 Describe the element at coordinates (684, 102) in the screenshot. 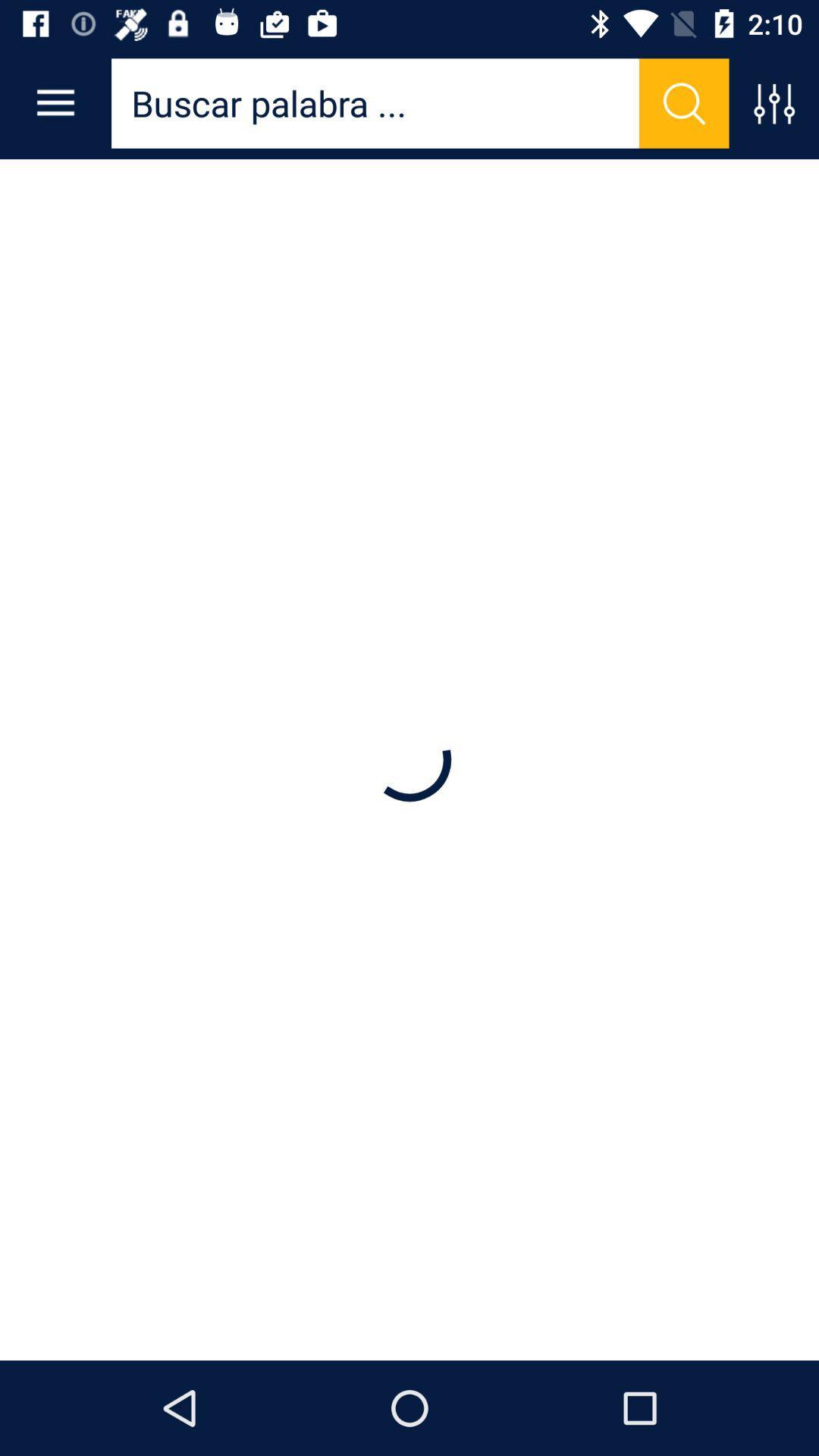

I see `search button` at that location.